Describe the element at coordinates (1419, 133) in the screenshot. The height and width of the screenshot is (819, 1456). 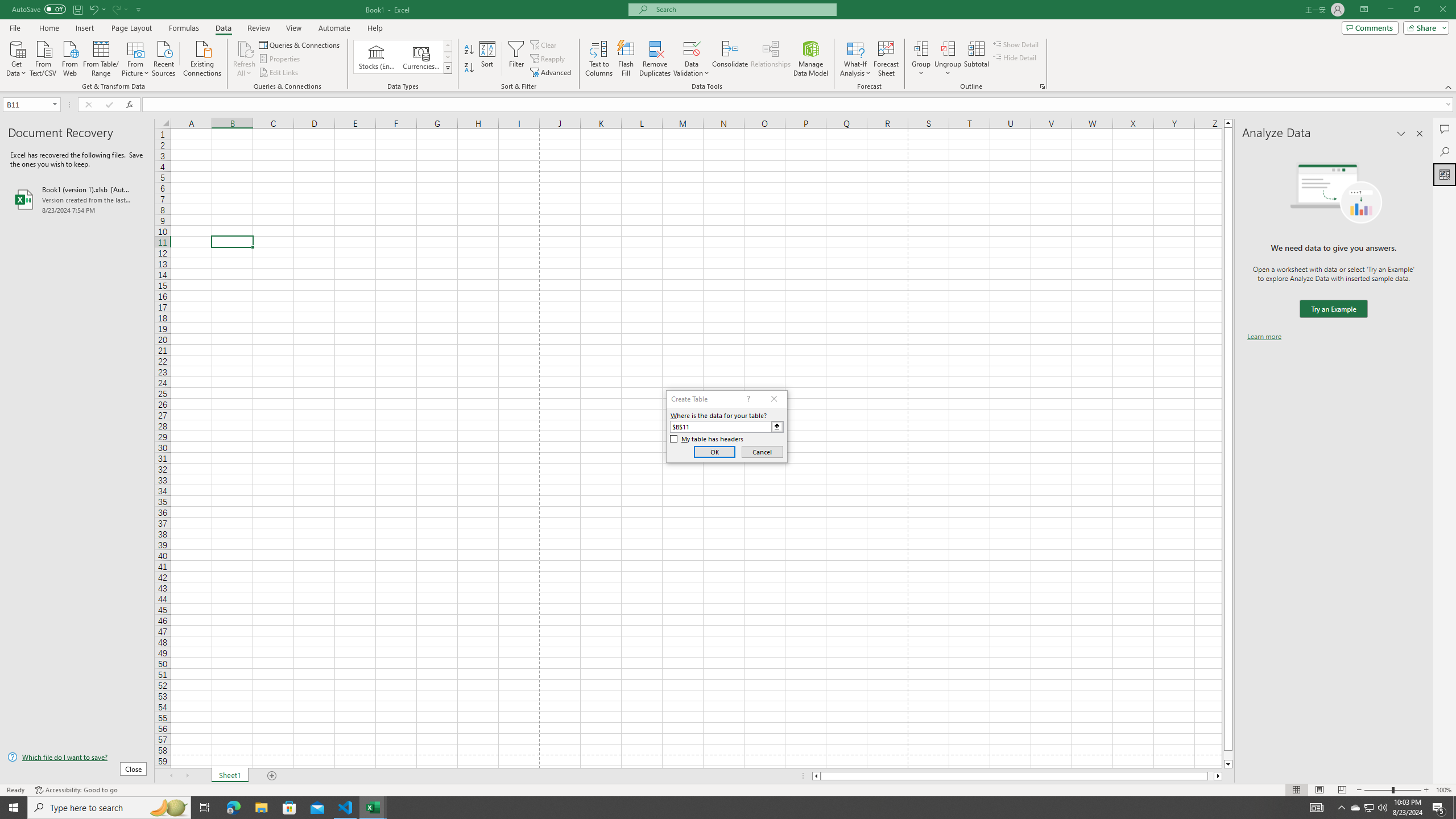
I see `'Close pane'` at that location.